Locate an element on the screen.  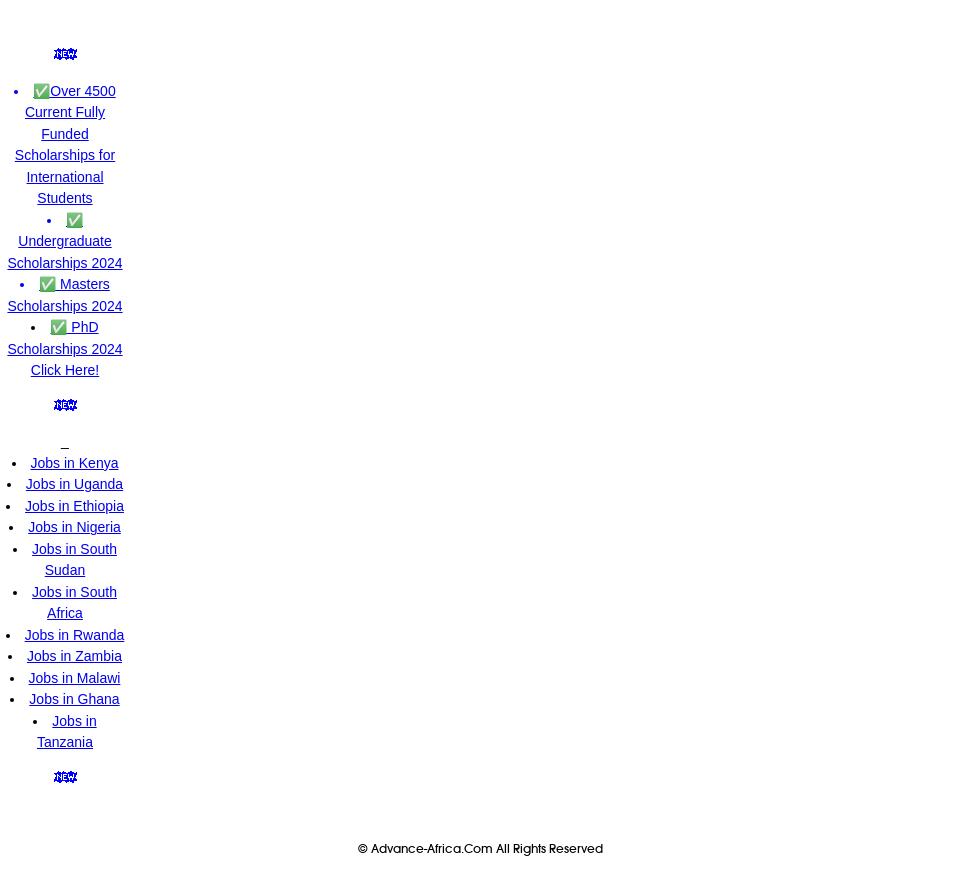
'✅ Undergraduate Scholarships 2024' is located at coordinates (64, 239).